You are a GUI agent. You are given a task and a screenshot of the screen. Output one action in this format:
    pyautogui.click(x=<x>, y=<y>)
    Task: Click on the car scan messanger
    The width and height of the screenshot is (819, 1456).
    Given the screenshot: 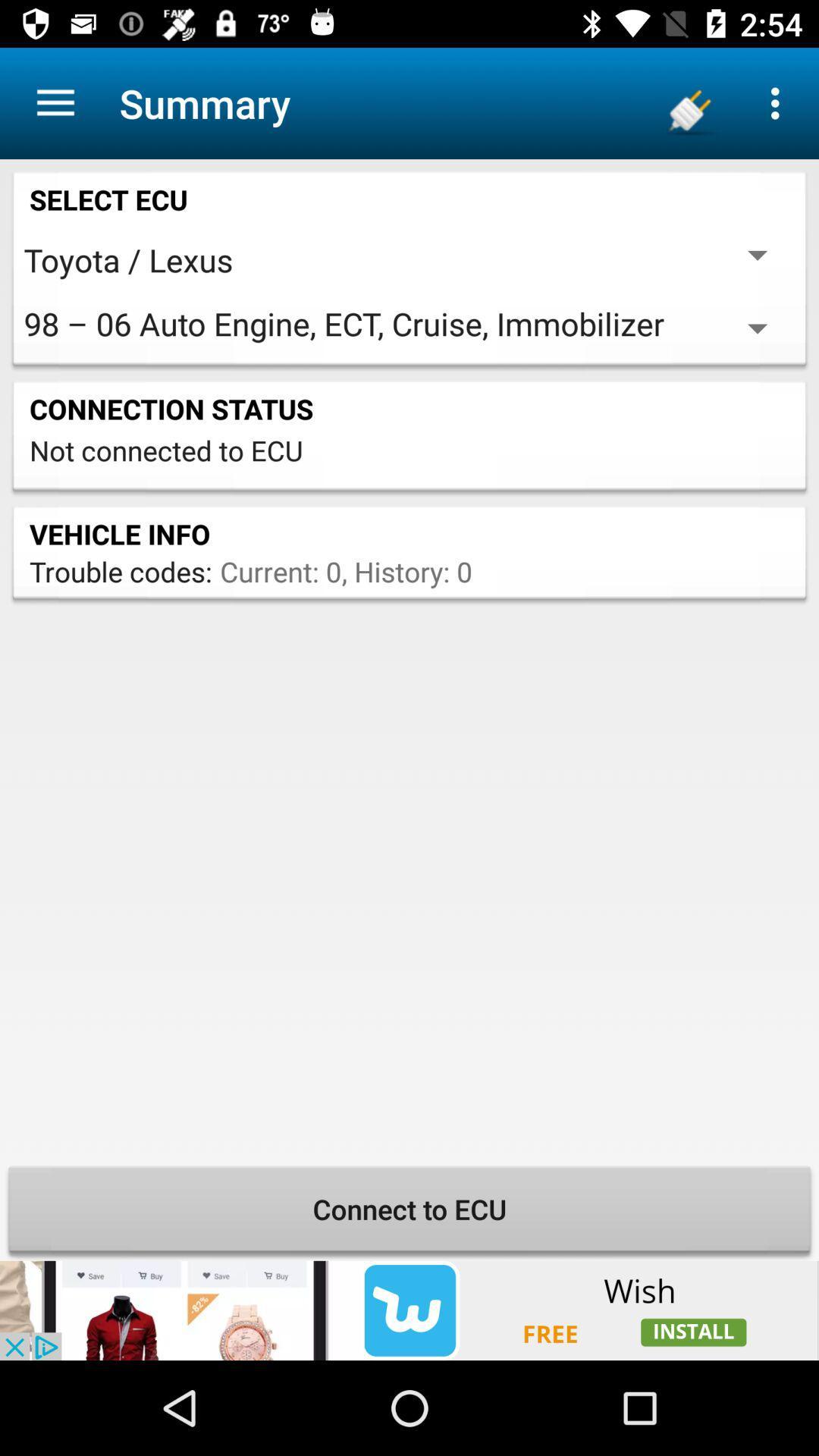 What is the action you would take?
    pyautogui.click(x=409, y=1310)
    